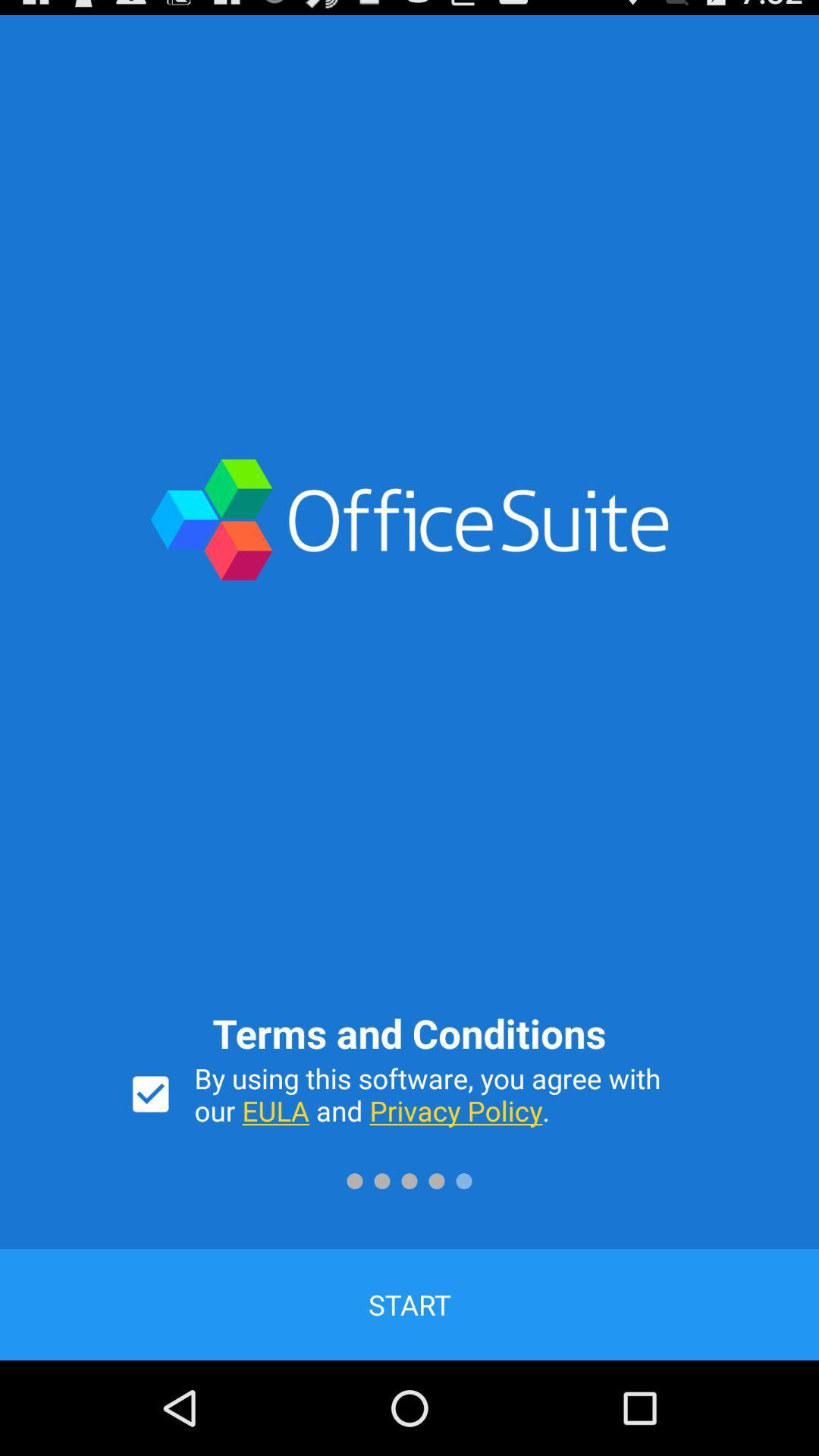  I want to click on check box to accept terms and conditions, so click(150, 1094).